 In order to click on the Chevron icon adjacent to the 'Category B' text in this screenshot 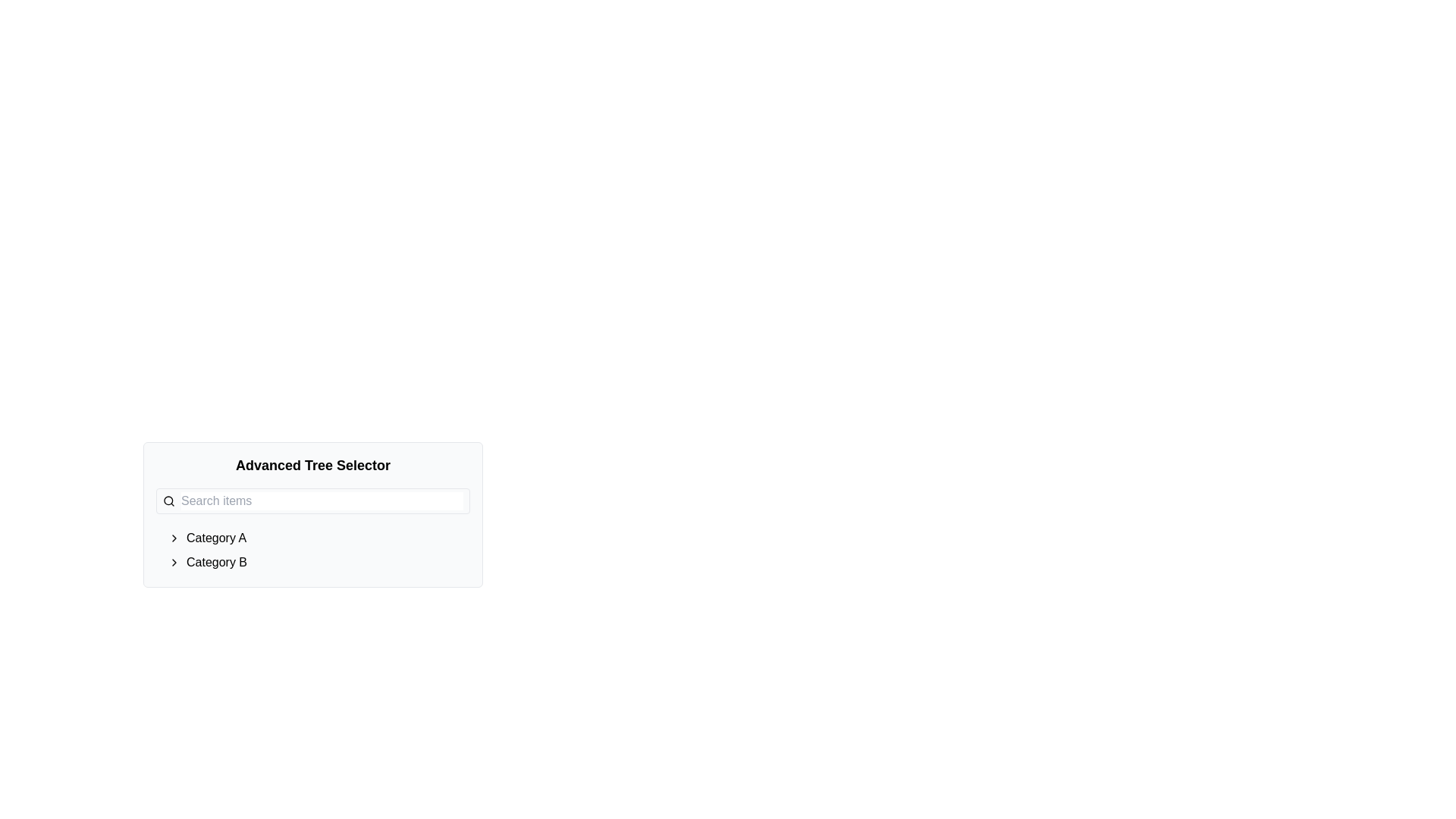, I will do `click(174, 562)`.